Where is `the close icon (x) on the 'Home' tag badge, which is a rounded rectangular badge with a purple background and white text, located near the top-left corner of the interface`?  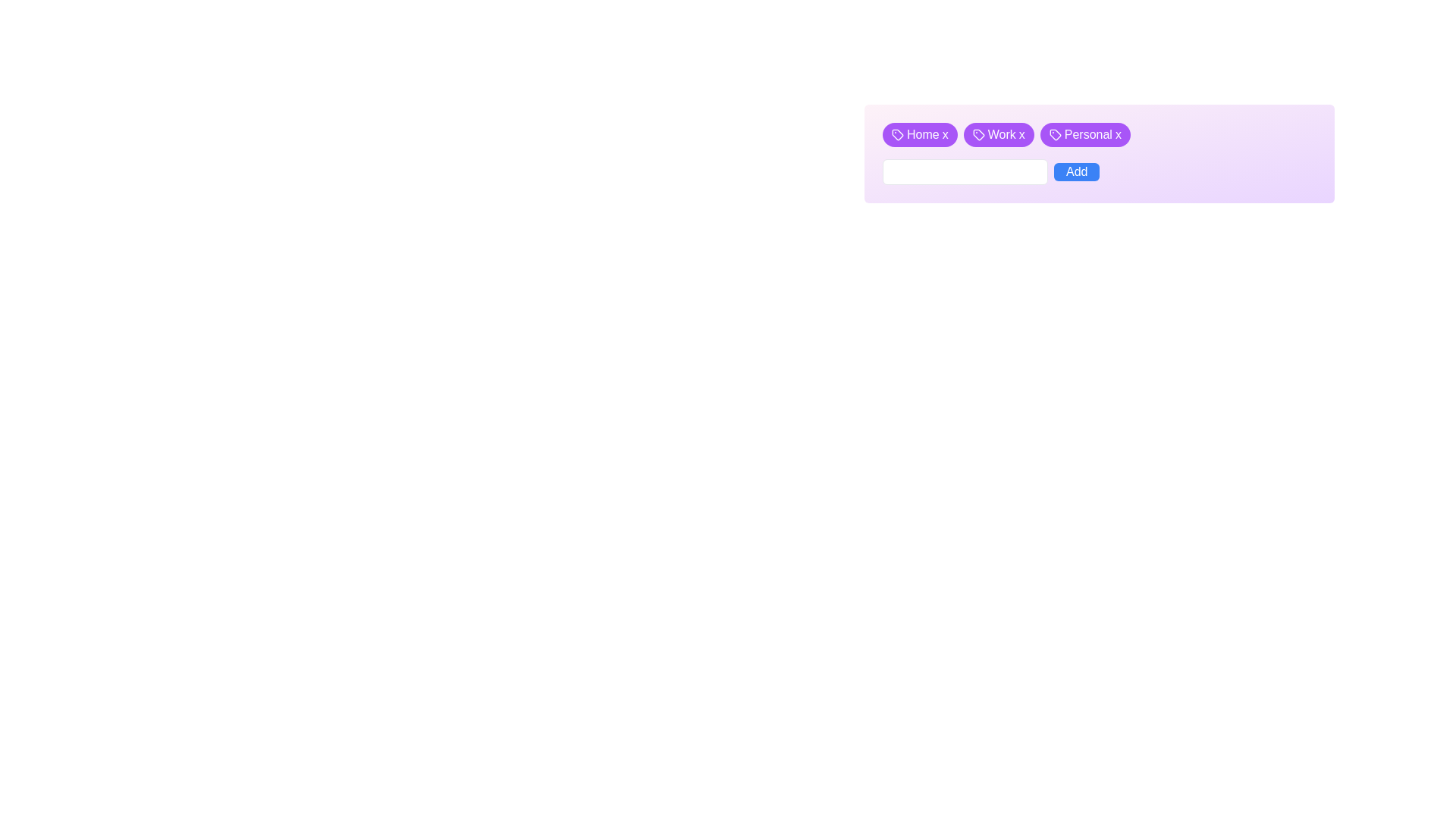
the close icon (x) on the 'Home' tag badge, which is a rounded rectangular badge with a purple background and white text, located near the top-left corner of the interface is located at coordinates (919, 133).